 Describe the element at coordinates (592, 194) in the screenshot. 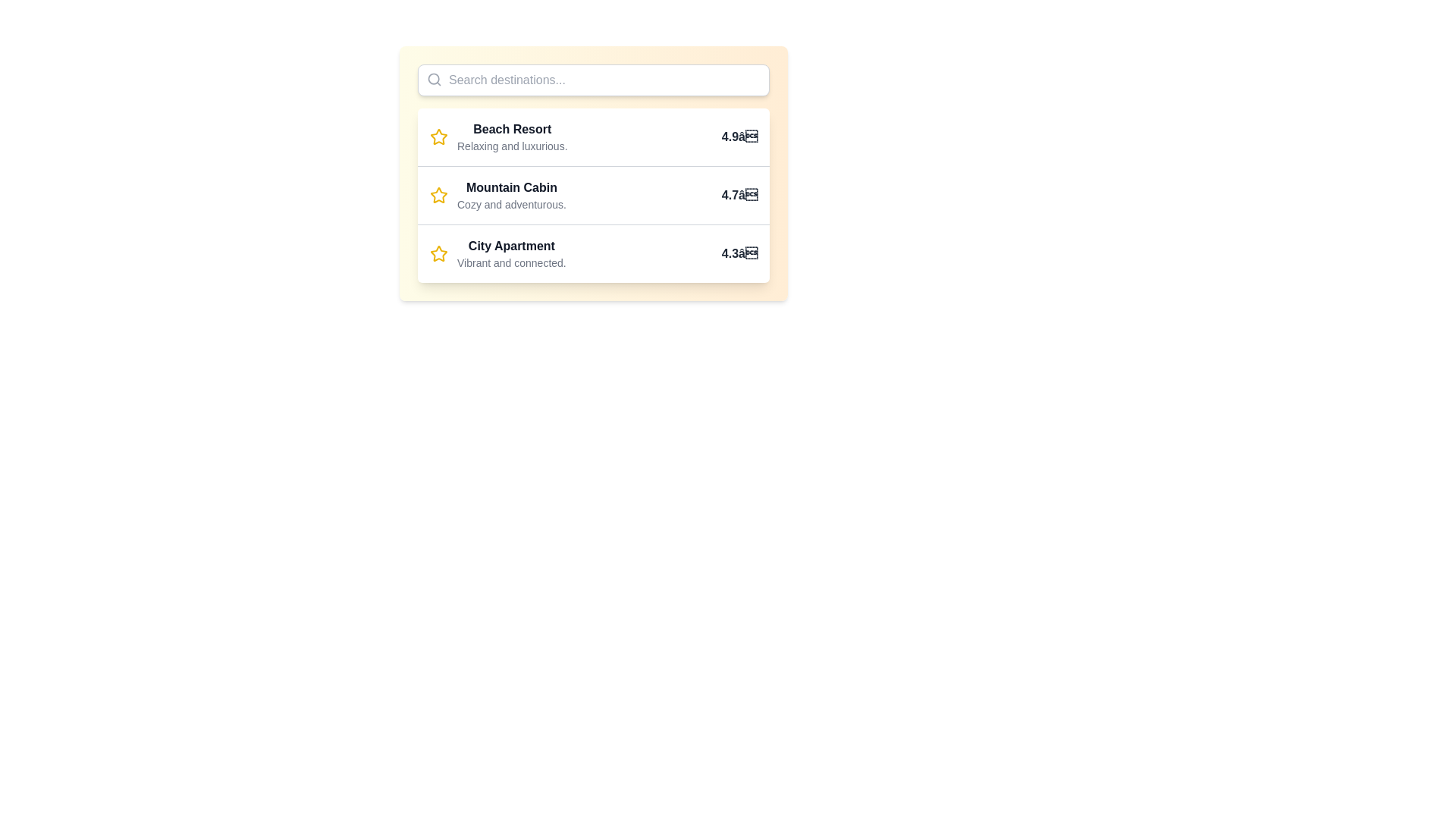

I see `the second ListItem in the vertical list that provides a brief description of a destination, including its name, tagline, and rating` at that location.